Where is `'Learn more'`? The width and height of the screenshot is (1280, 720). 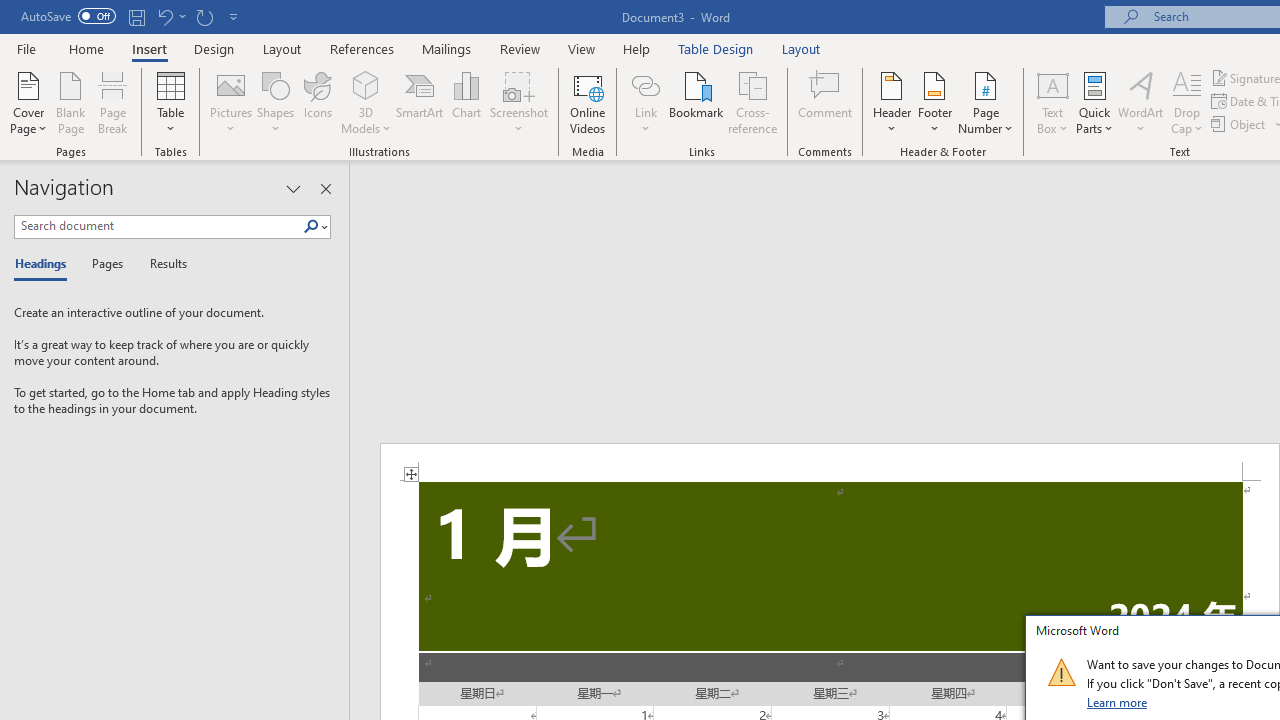
'Learn more' is located at coordinates (1117, 701).